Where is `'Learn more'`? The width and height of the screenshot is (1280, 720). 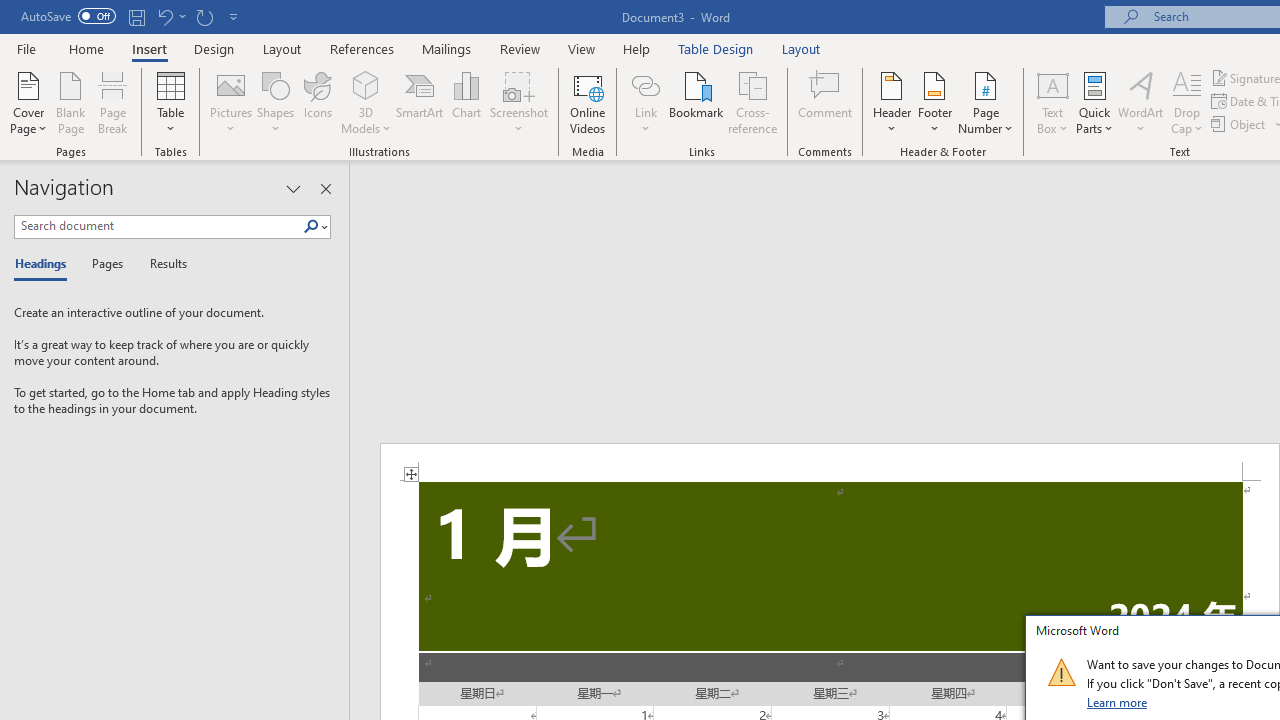
'Learn more' is located at coordinates (1117, 701).